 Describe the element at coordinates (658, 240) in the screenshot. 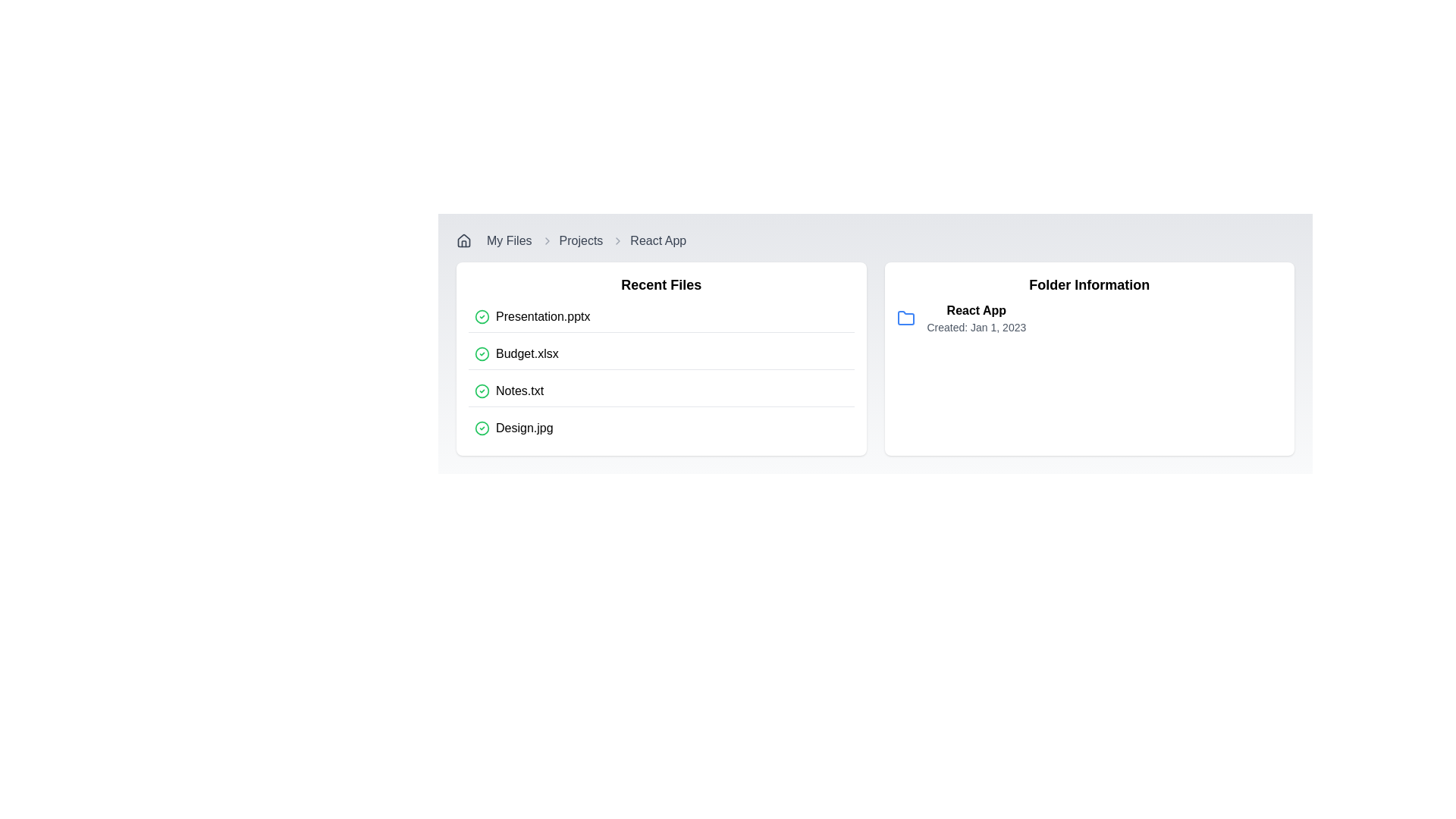

I see `the 'React App' hyperlink in the breadcrumb navigation bar` at that location.